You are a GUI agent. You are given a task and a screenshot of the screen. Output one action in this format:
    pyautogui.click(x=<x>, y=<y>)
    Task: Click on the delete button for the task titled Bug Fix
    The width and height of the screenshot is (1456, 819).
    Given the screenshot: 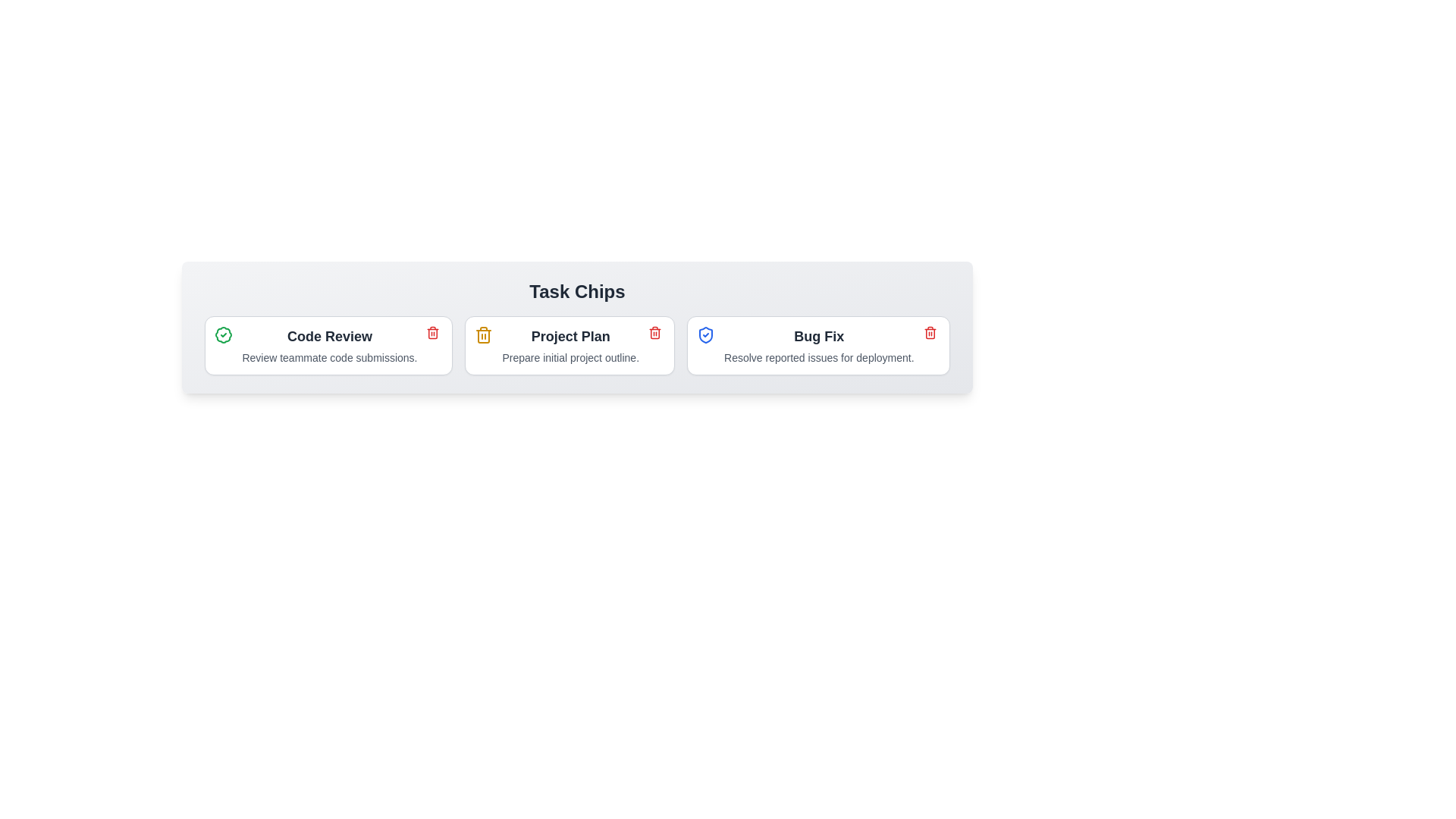 What is the action you would take?
    pyautogui.click(x=929, y=332)
    